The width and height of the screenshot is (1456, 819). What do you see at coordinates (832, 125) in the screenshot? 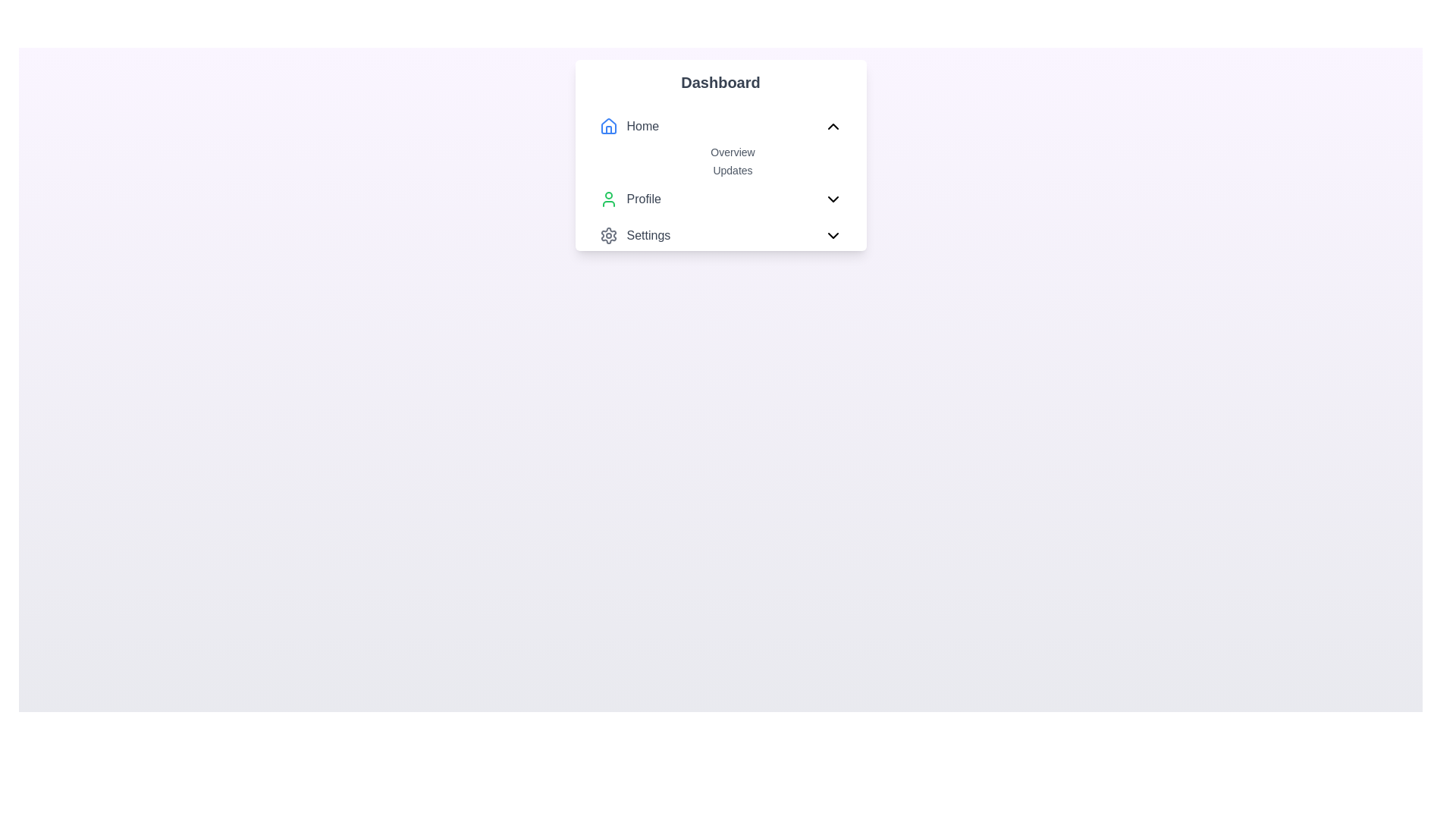
I see `the toggle icon located to the right of the 'Home' label in the navigation menu` at bounding box center [832, 125].